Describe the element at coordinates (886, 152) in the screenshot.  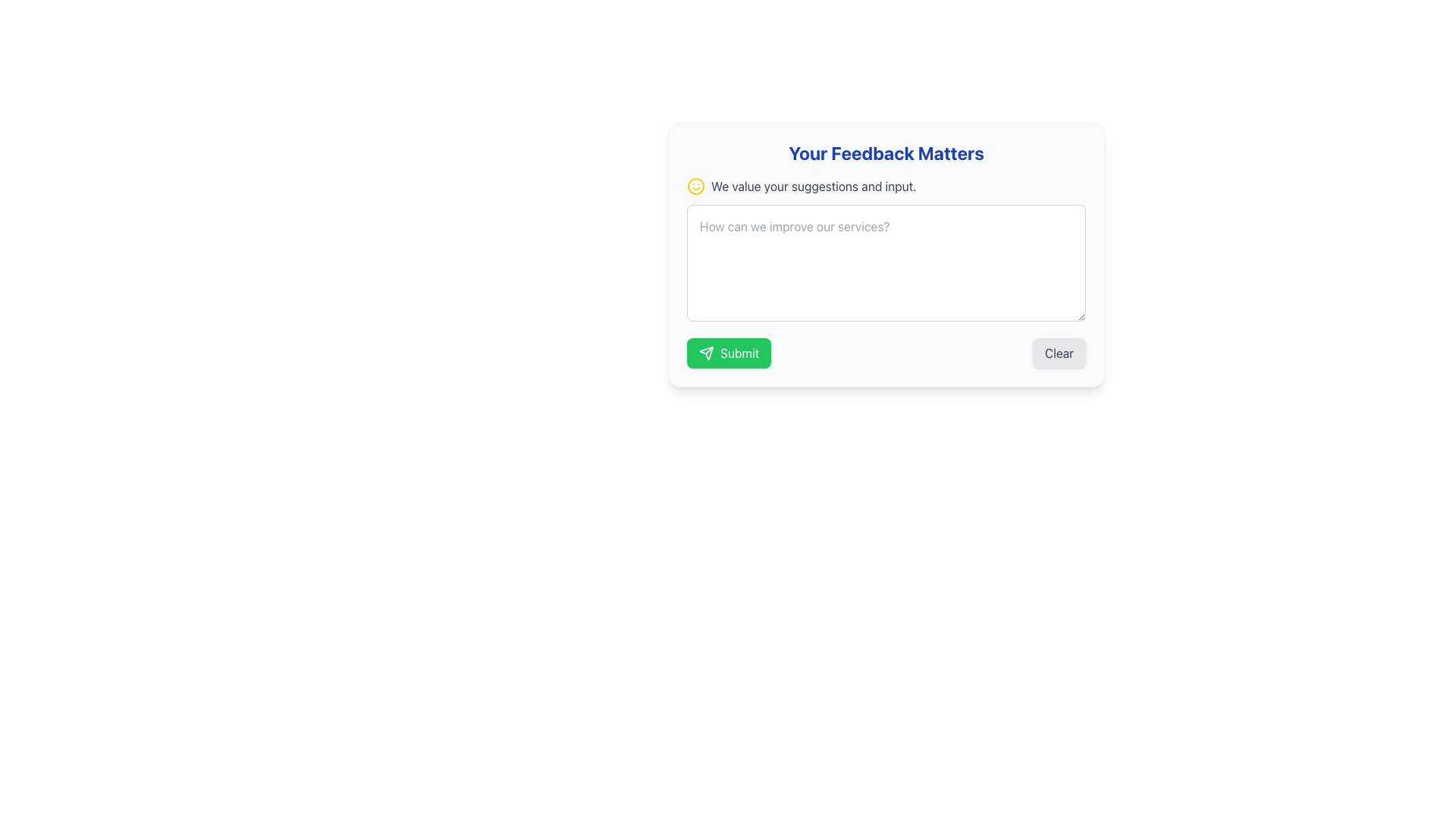
I see `the bold heading 'Your Feedback Matters' at the top of the user feedback form, which is styled with a large font size and centered alignment in blue color` at that location.